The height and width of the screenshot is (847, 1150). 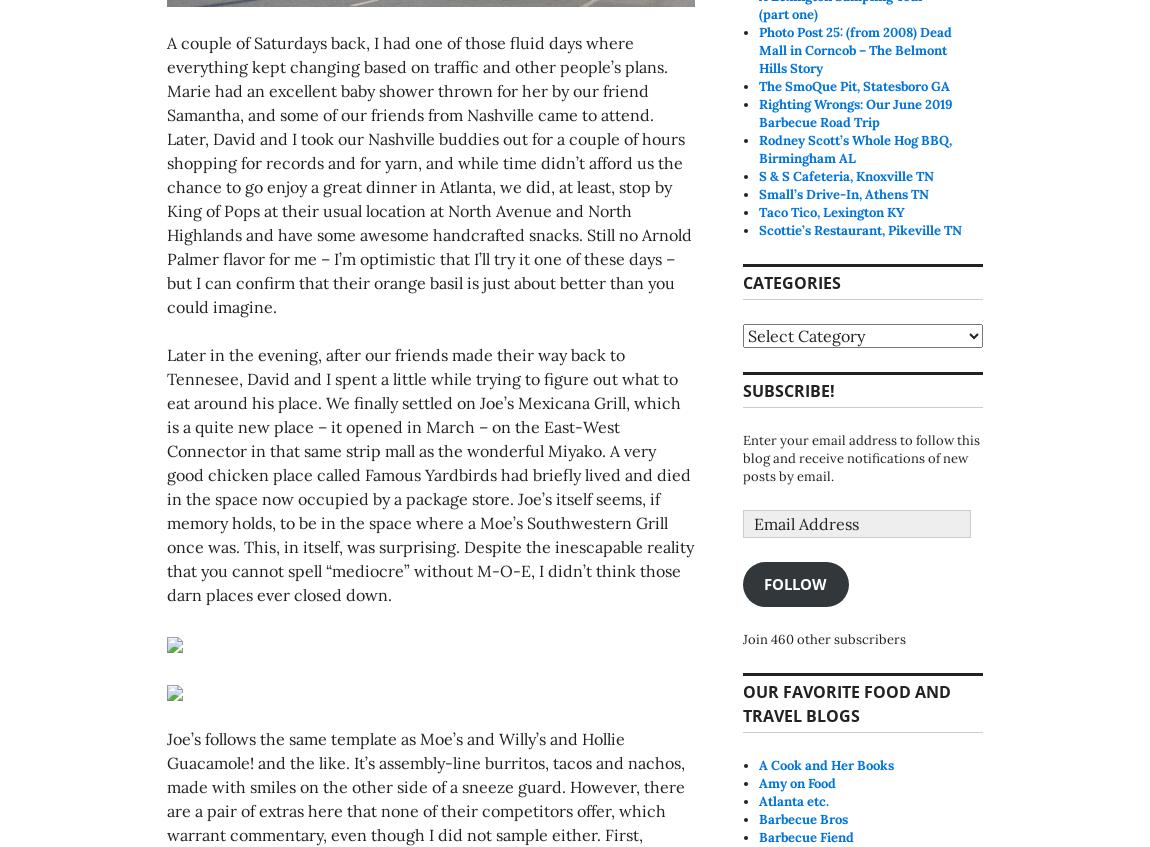 What do you see at coordinates (859, 229) in the screenshot?
I see `'Scottie’s Restaurant, Pikeville TN'` at bounding box center [859, 229].